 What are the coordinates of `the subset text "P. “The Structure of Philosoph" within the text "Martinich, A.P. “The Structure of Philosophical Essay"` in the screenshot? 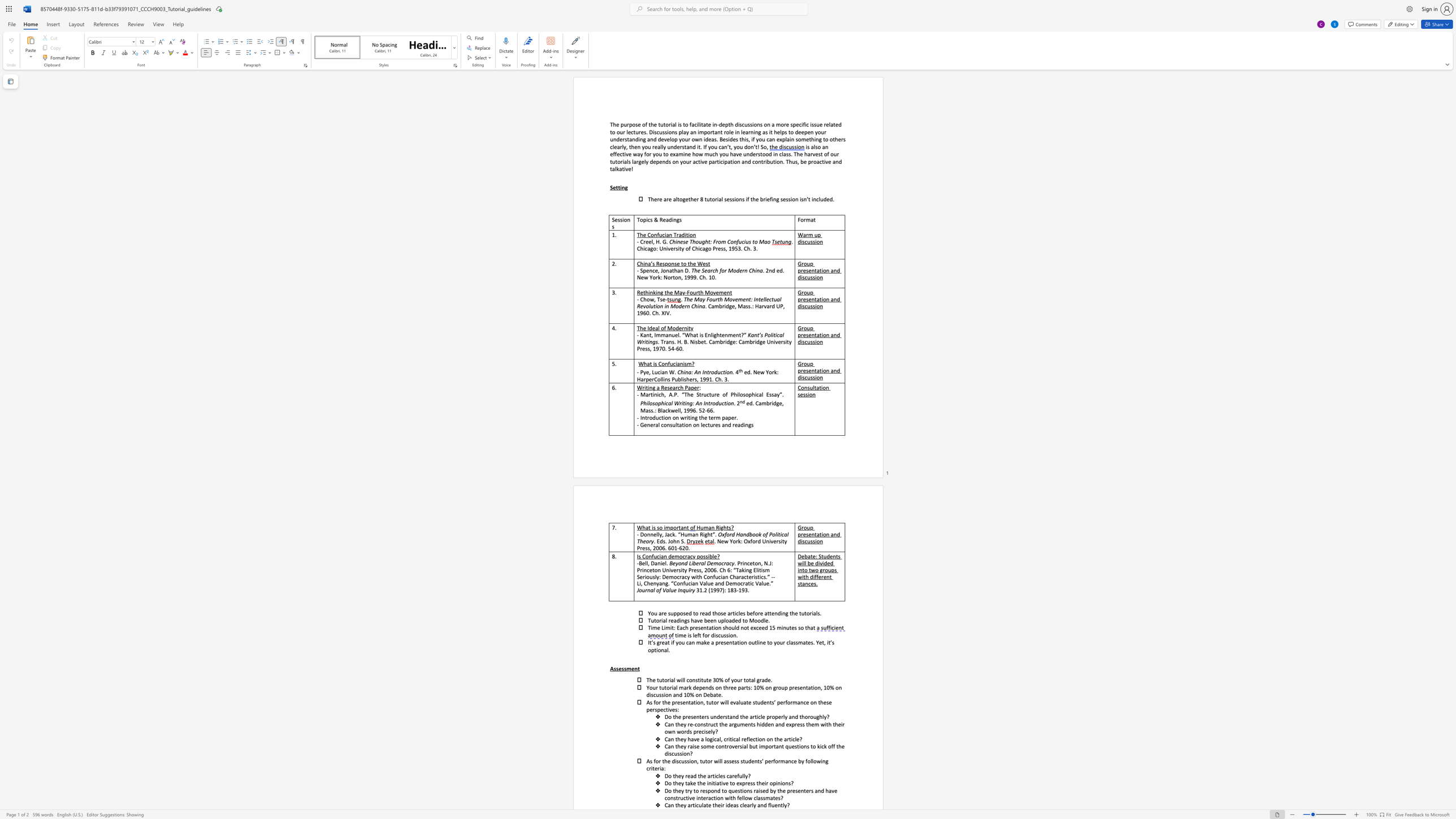 It's located at (674, 394).